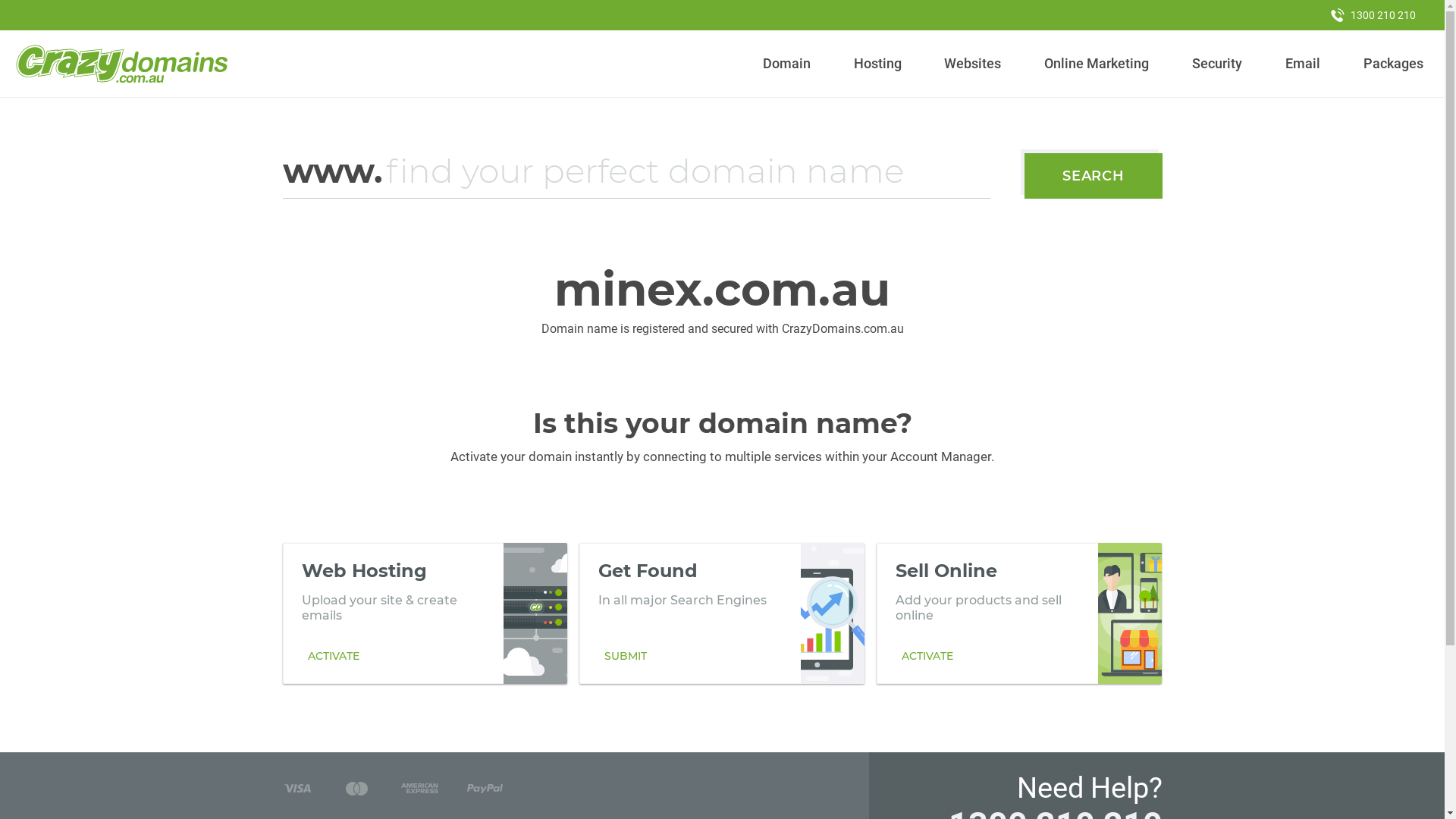  Describe the element at coordinates (786, 63) in the screenshot. I see `'Domain'` at that location.